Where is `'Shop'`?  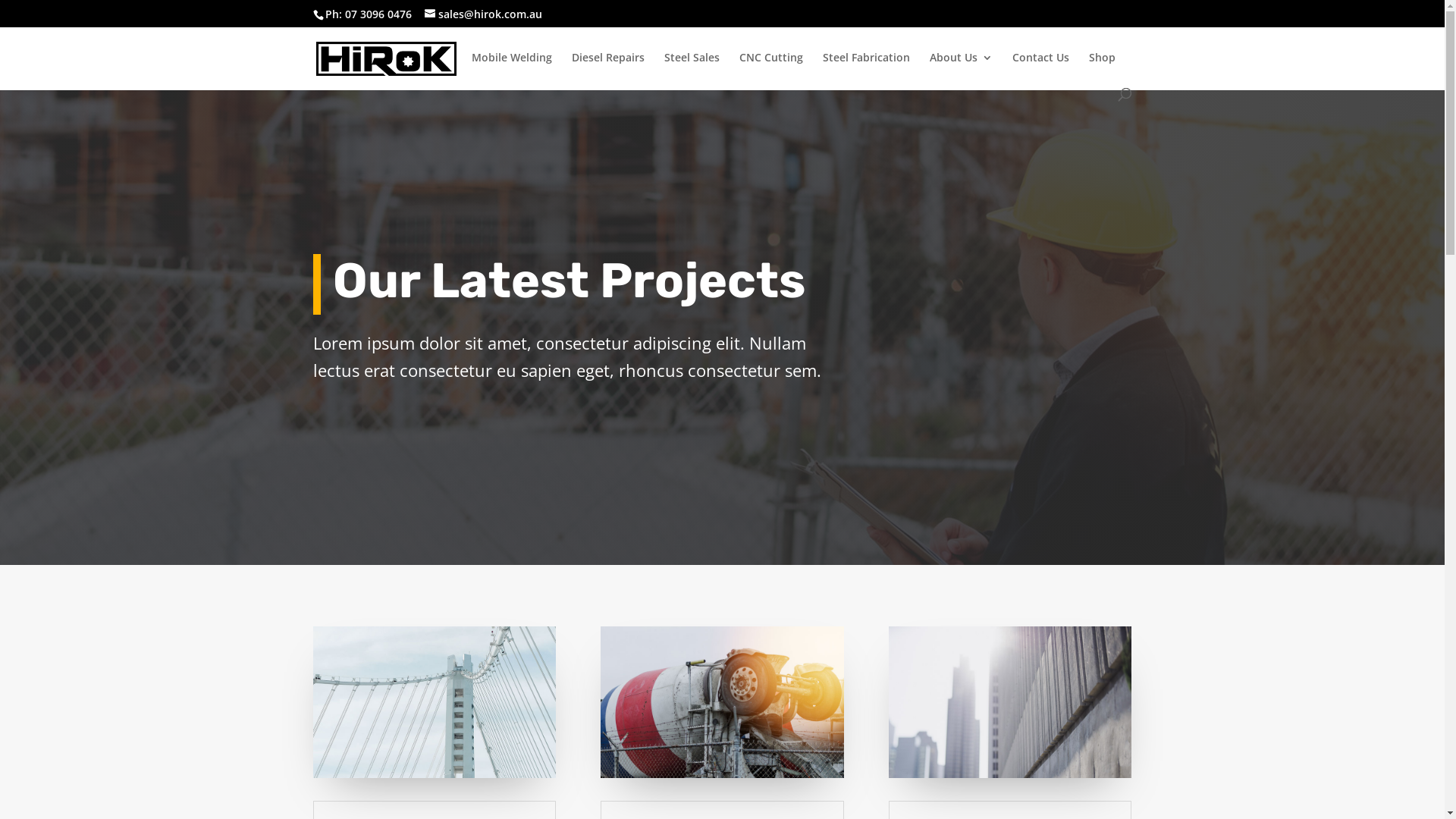
'Shop' is located at coordinates (1102, 70).